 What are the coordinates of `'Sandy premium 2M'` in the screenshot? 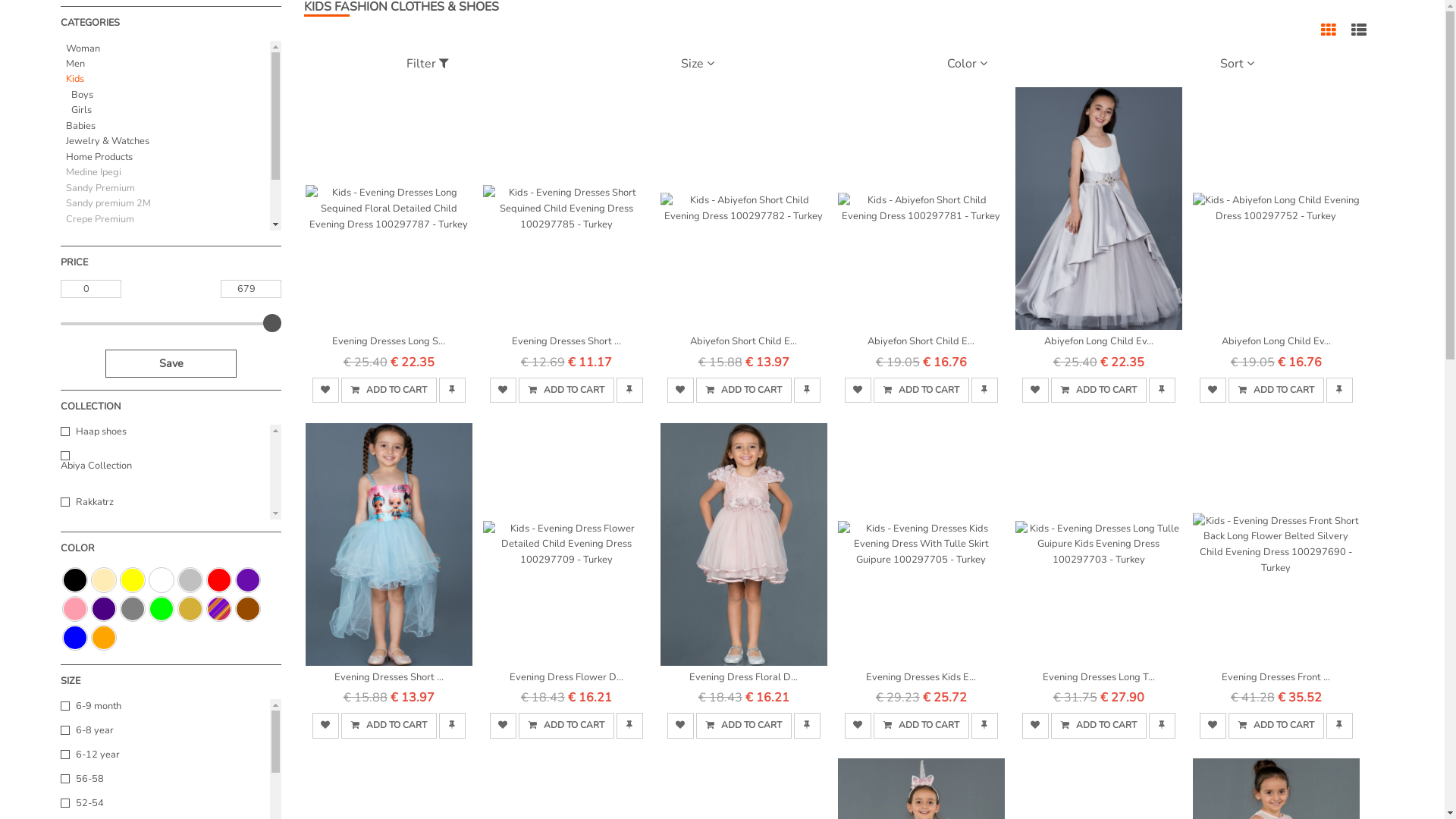 It's located at (64, 202).